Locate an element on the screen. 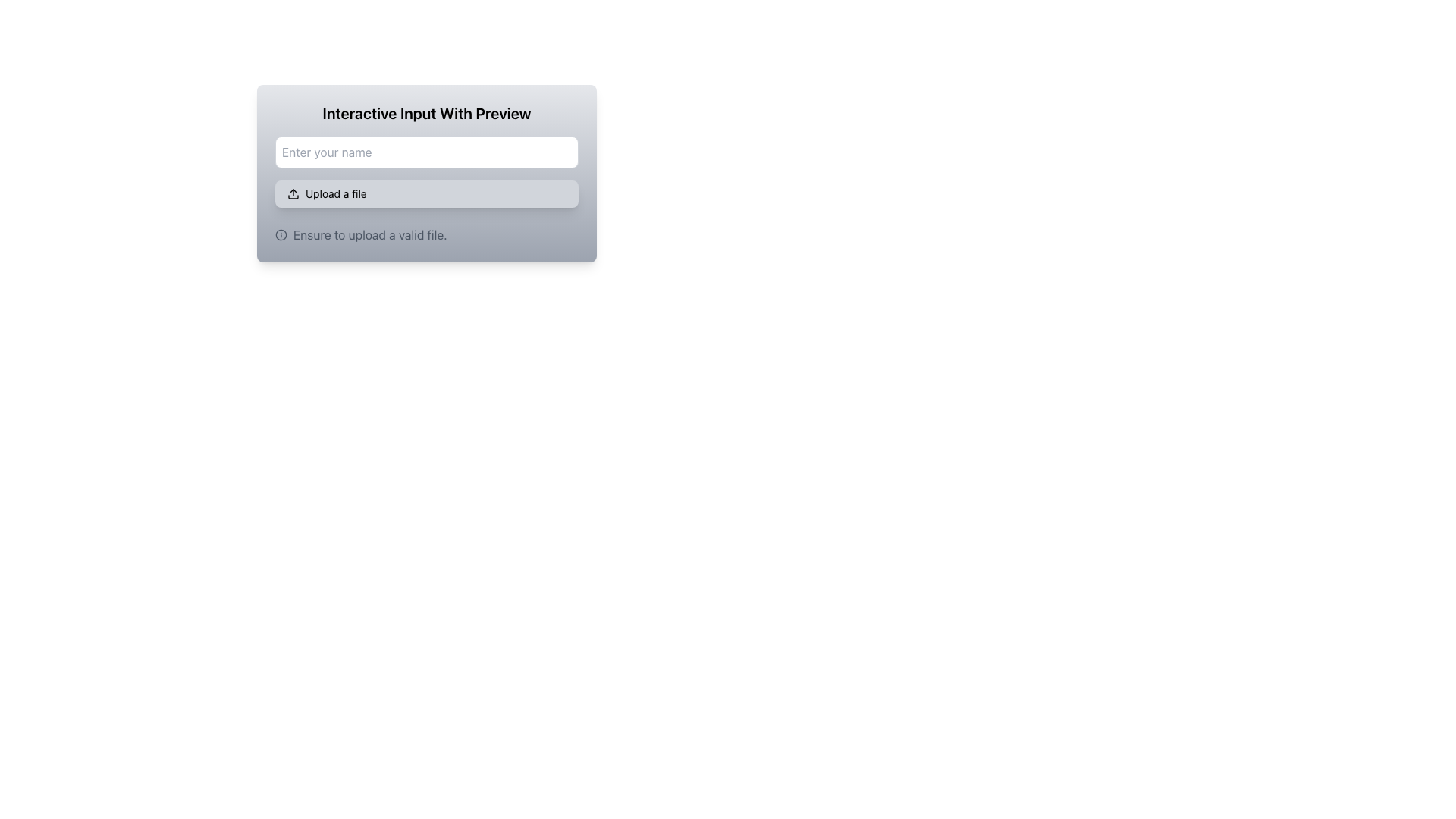  text label that says 'Upload a file', which is styled in a thin sans-serif font and is positioned to the right of the upload icon within a button-like structure is located at coordinates (335, 193).